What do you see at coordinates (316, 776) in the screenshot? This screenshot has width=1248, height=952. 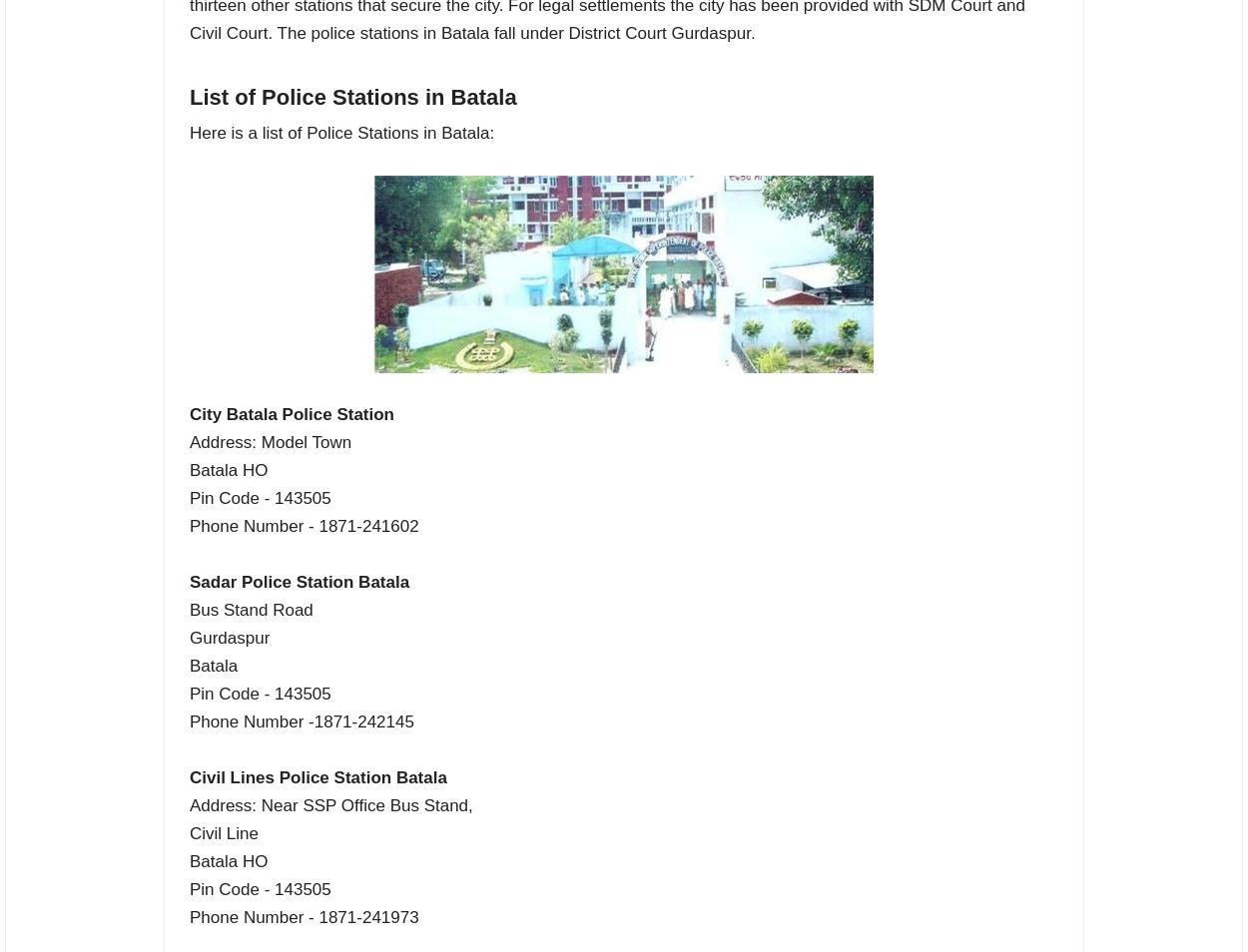 I see `'Civil Lines Police Station Batala'` at bounding box center [316, 776].